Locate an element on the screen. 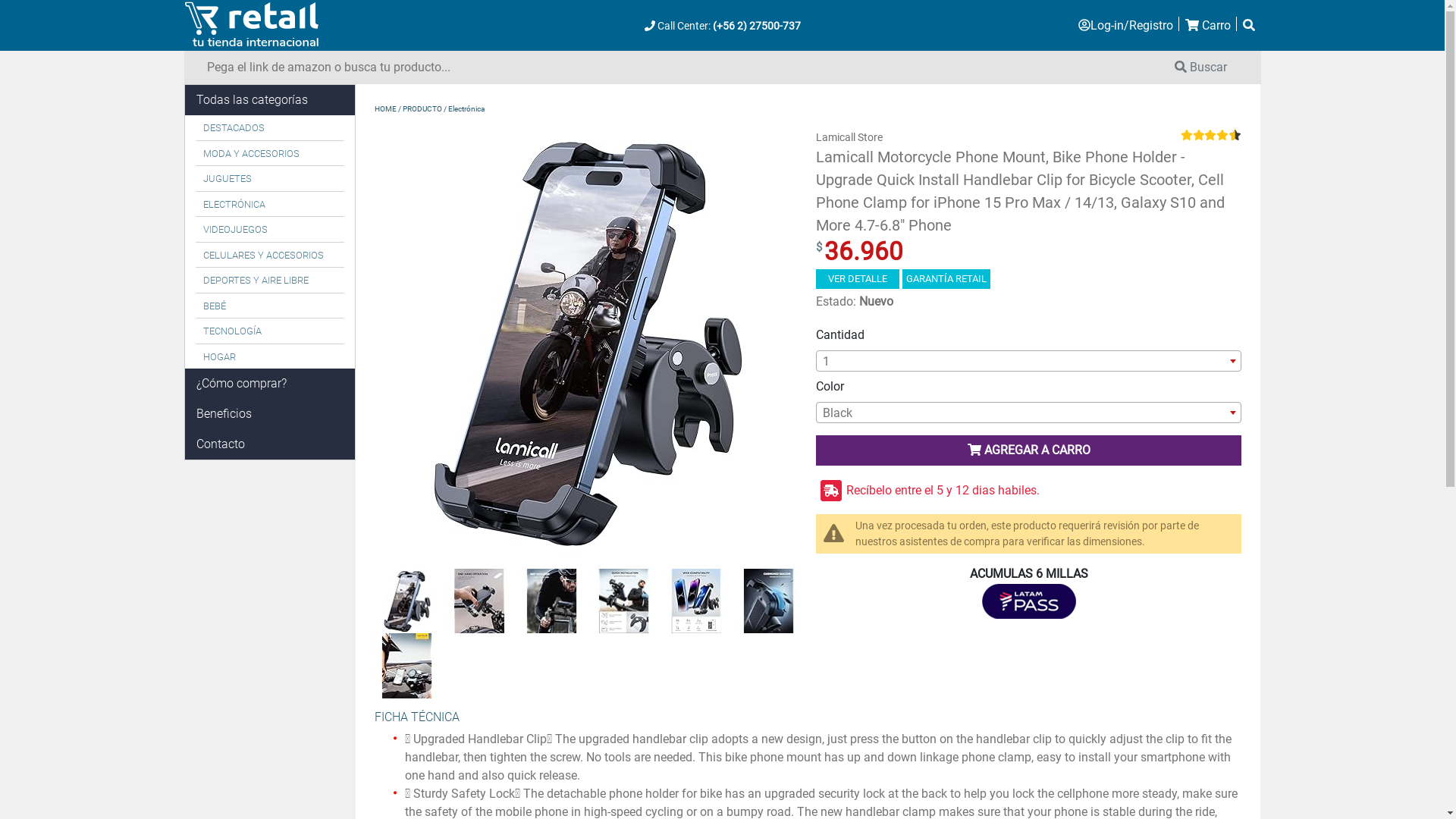 This screenshot has width=1456, height=819. 'HOGAR' is located at coordinates (270, 356).